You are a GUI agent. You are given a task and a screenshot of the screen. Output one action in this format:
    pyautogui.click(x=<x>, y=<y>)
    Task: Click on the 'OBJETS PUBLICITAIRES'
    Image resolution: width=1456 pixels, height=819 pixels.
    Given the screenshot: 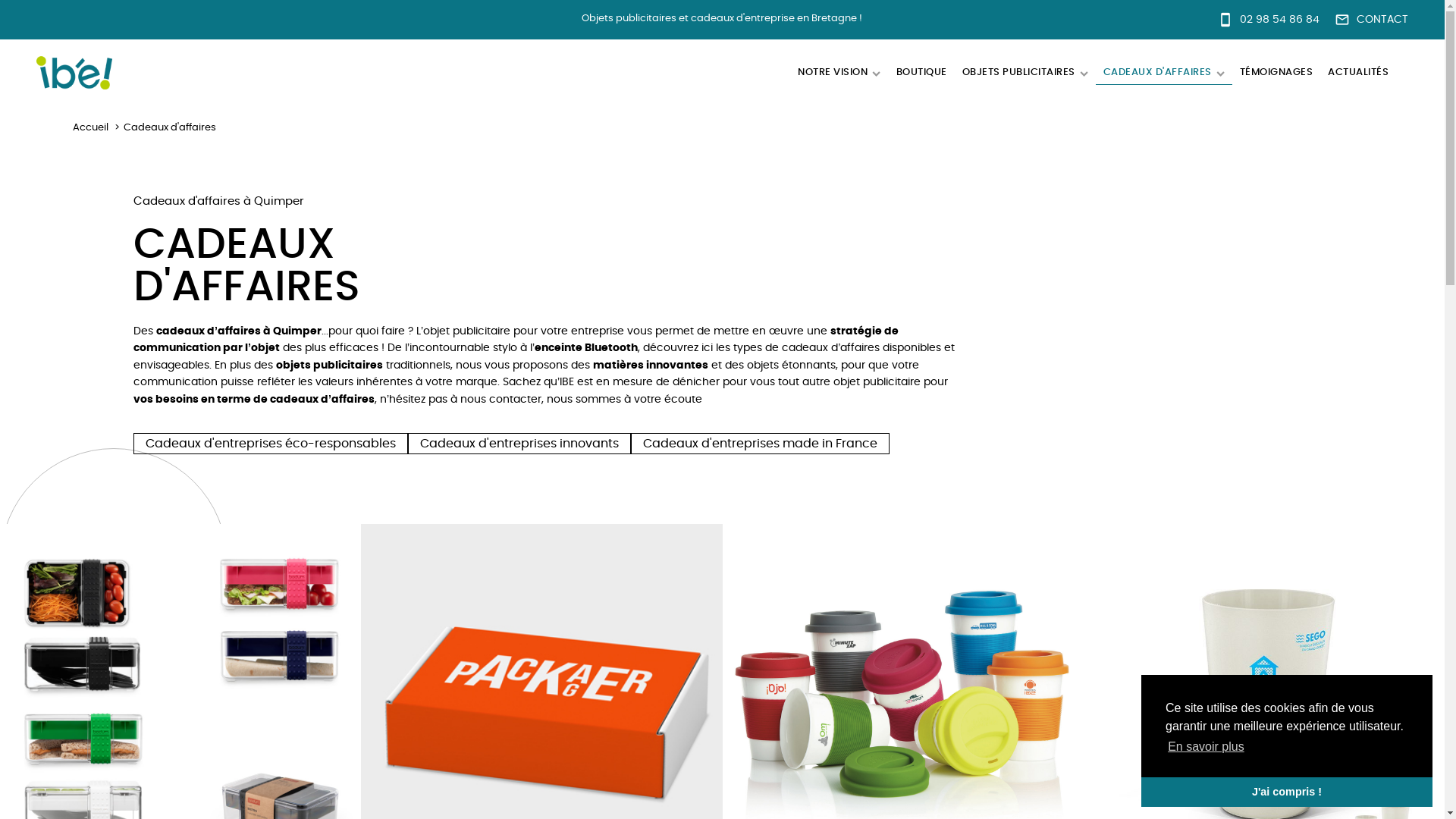 What is the action you would take?
    pyautogui.click(x=1024, y=73)
    